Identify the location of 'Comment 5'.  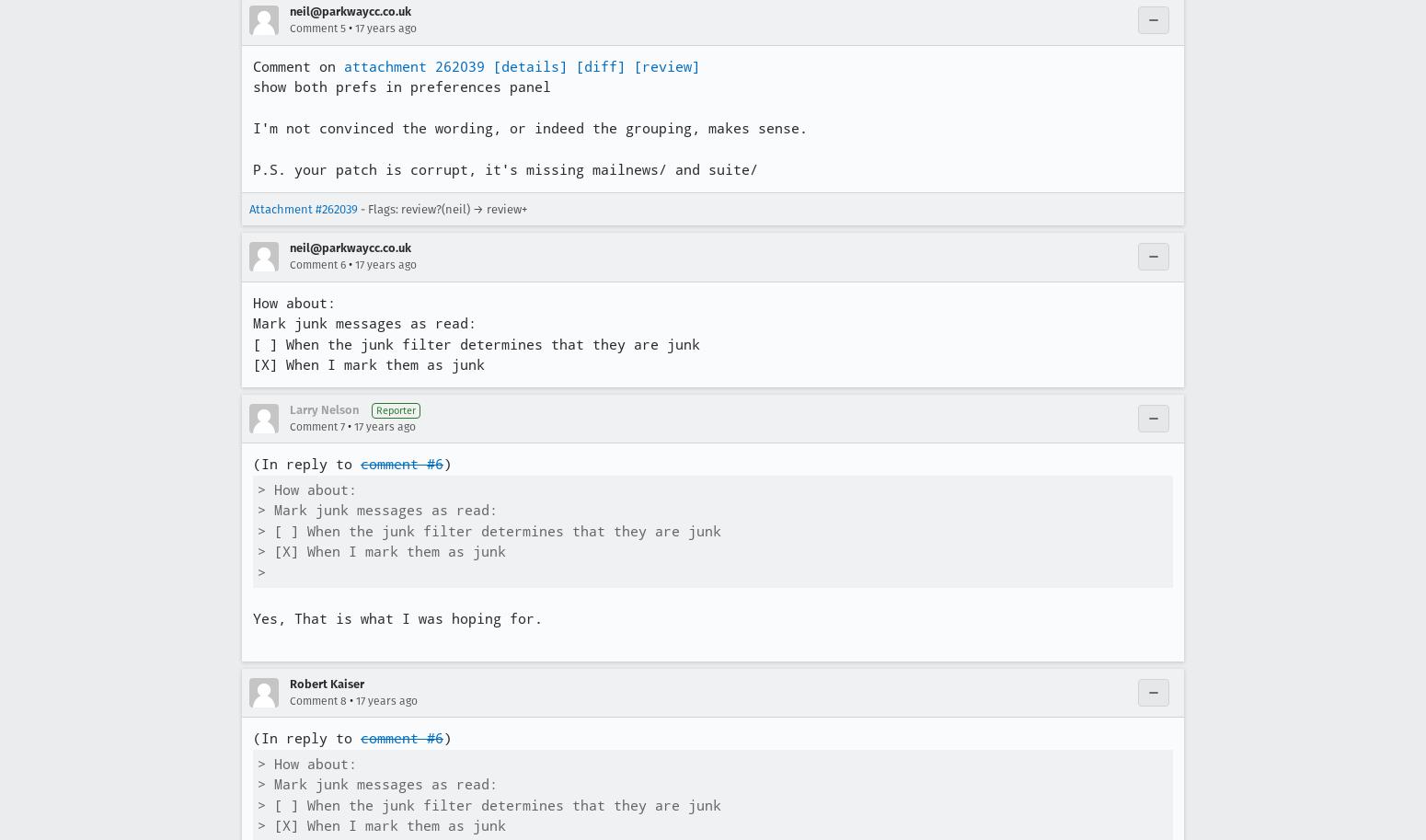
(316, 29).